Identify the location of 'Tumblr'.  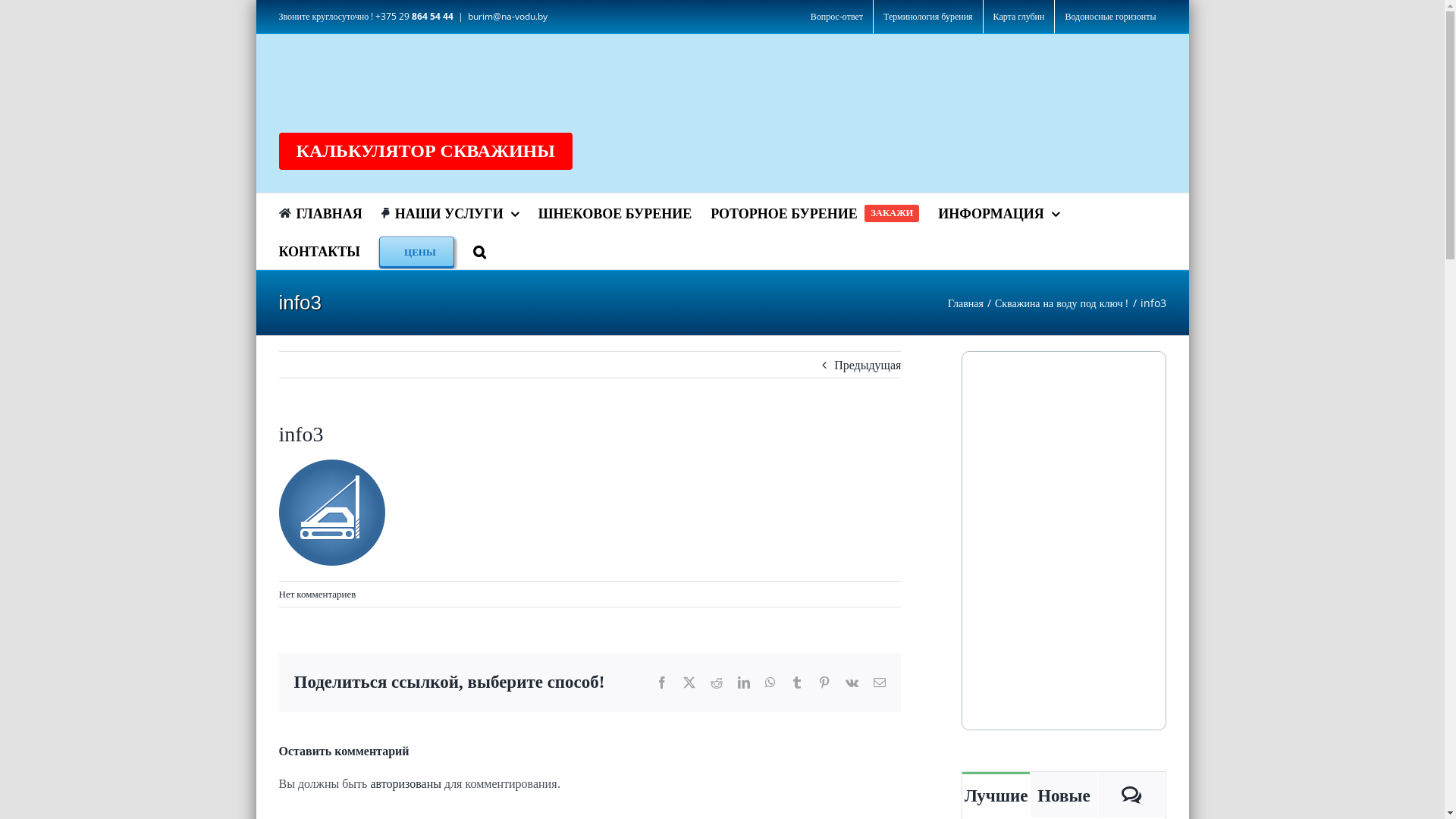
(796, 681).